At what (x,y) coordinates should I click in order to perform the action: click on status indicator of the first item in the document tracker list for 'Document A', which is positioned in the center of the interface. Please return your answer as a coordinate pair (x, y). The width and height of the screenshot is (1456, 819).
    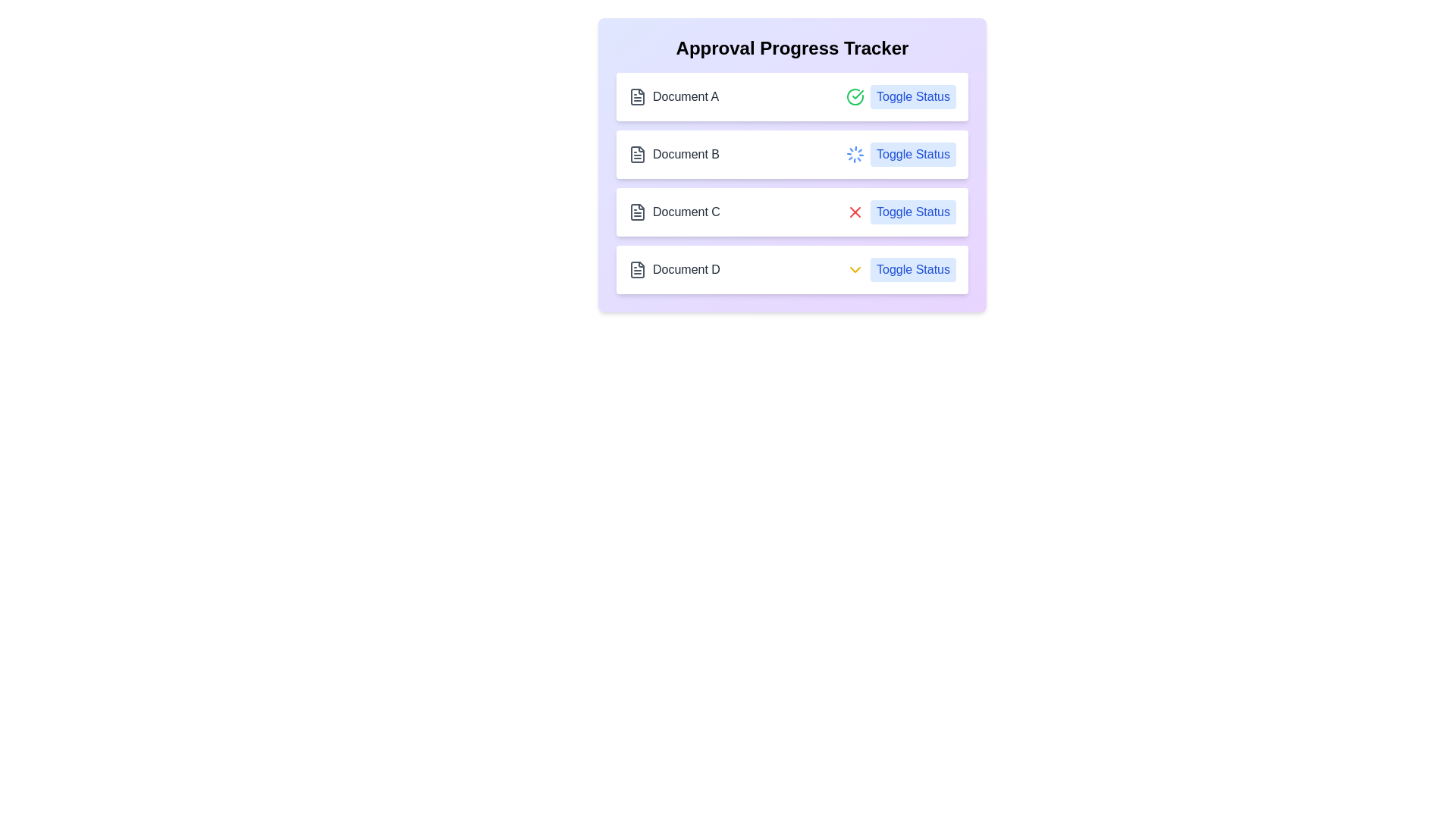
    Looking at the image, I should click on (792, 96).